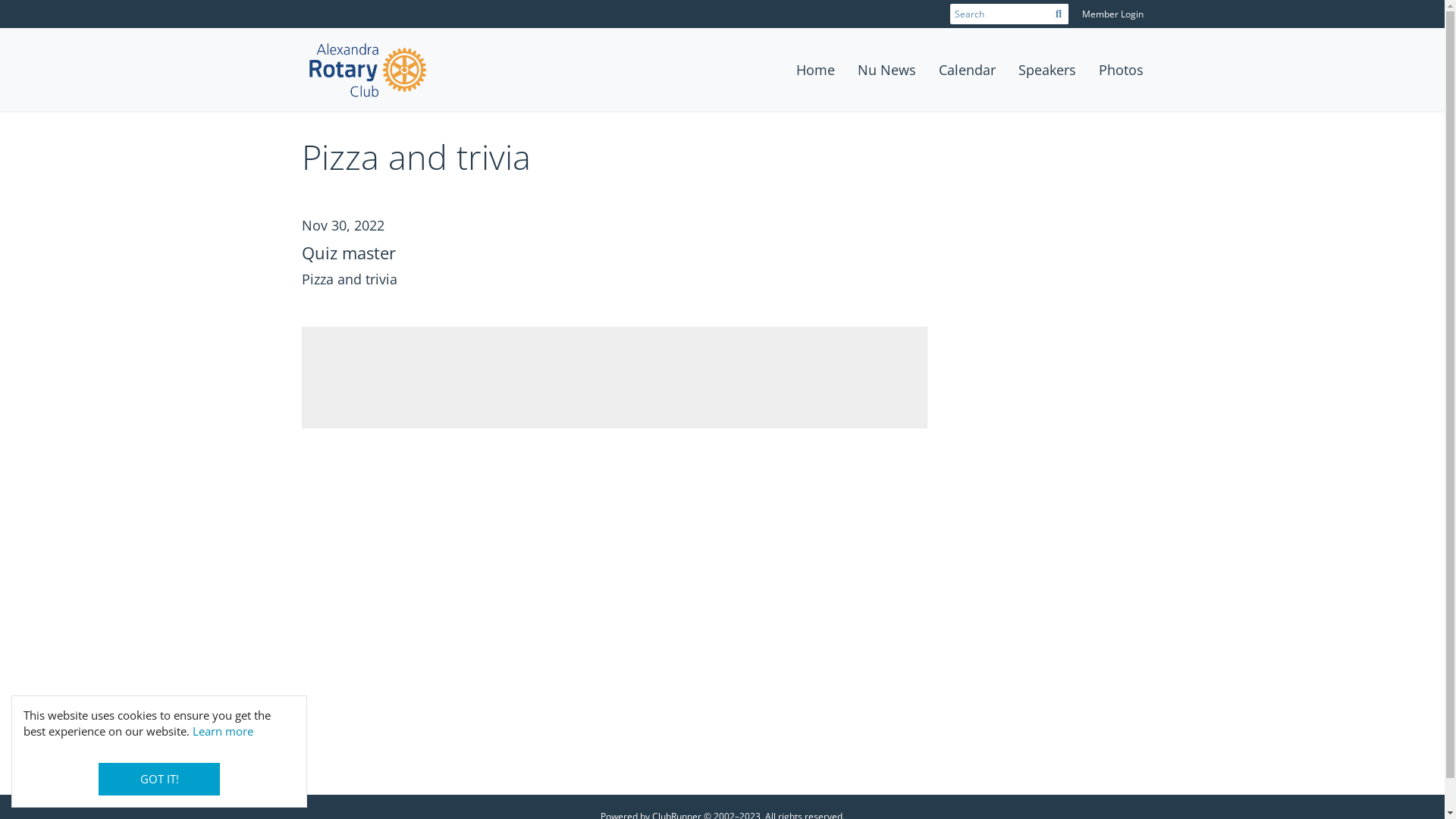 The height and width of the screenshot is (819, 1456). Describe the element at coordinates (814, 70) in the screenshot. I see `'Home'` at that location.